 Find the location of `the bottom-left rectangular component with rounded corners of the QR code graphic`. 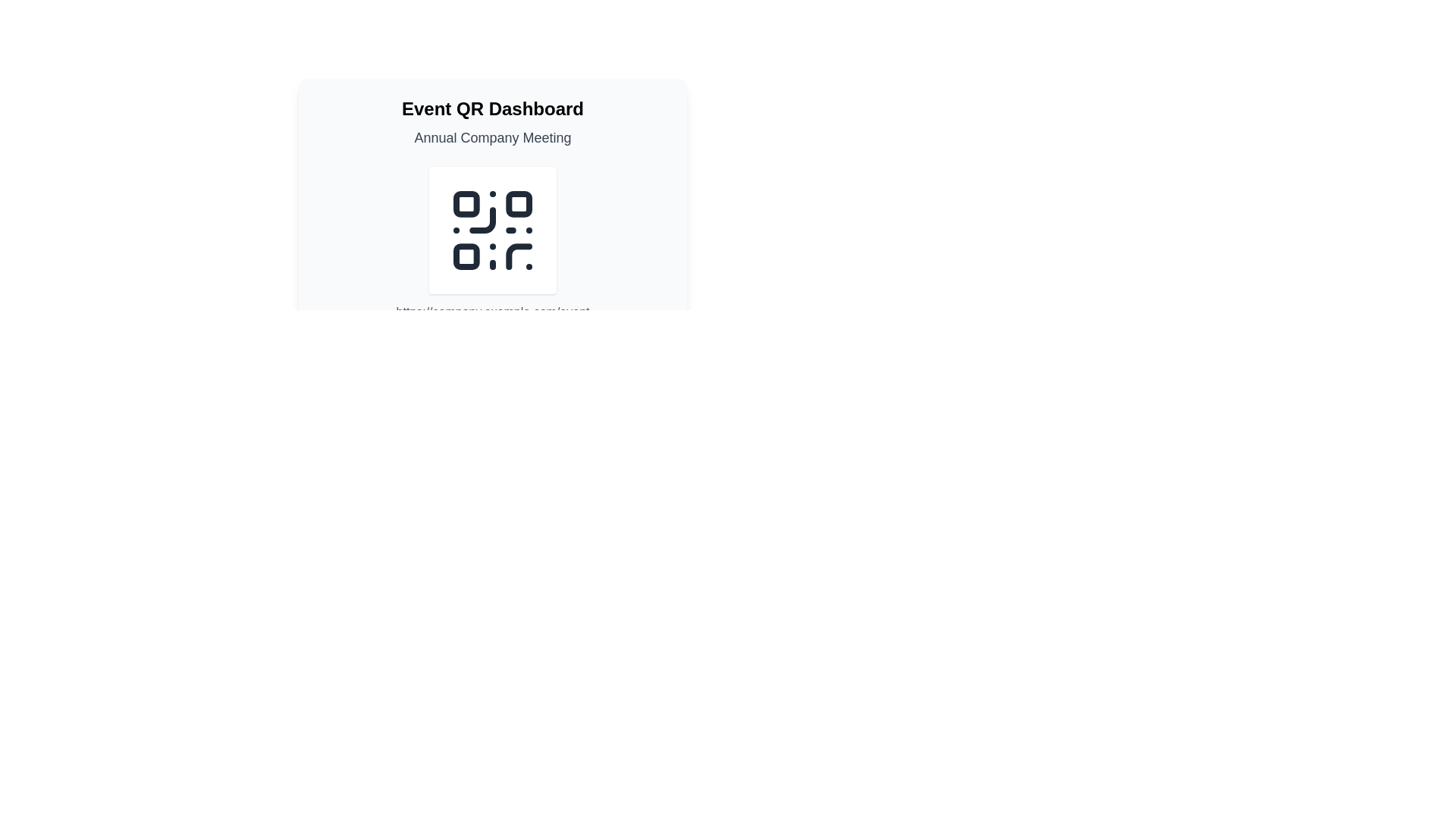

the bottom-left rectangular component with rounded corners of the QR code graphic is located at coordinates (466, 256).